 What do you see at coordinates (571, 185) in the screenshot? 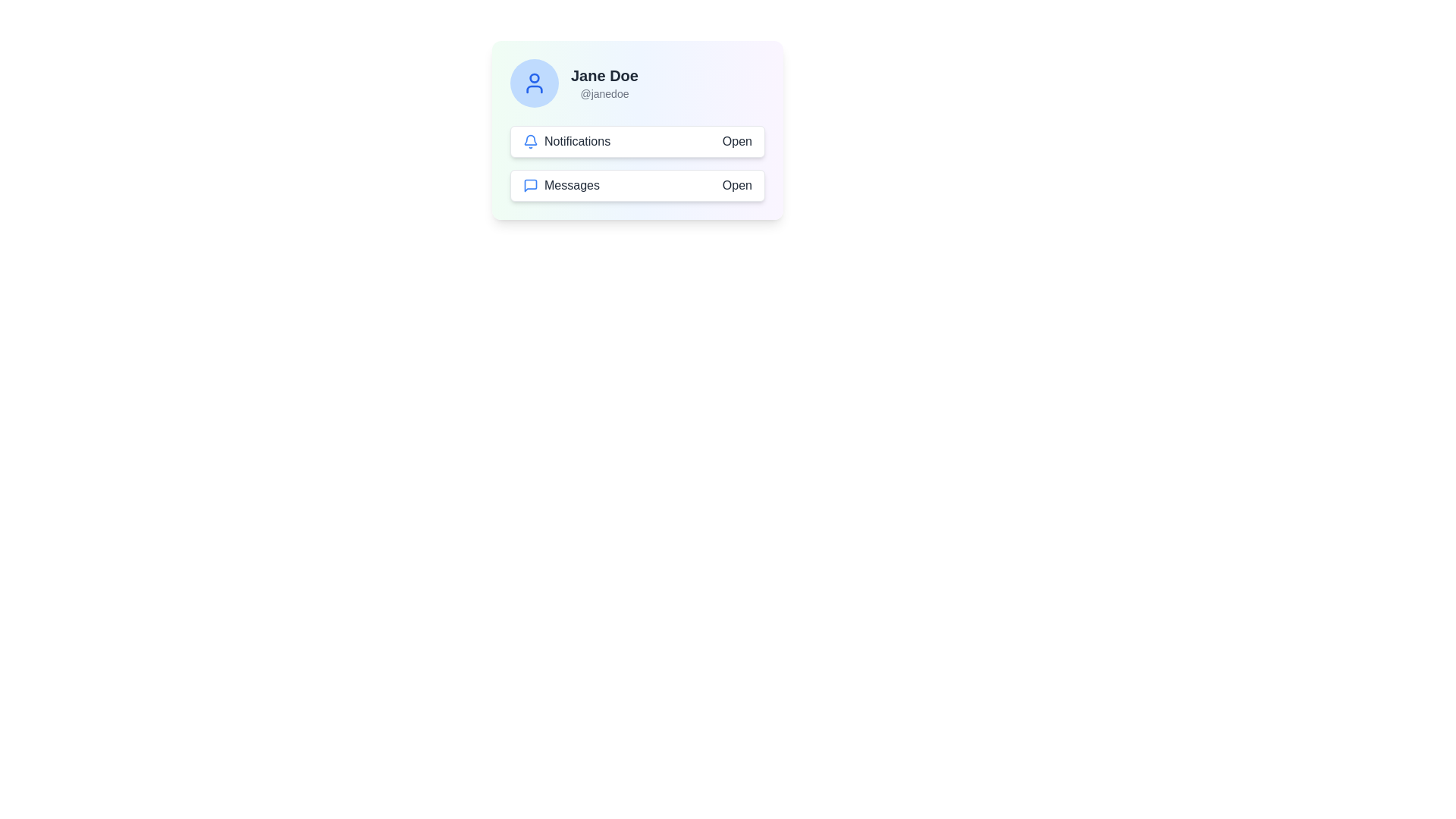
I see `the 'Messages' text label, which is styled in a standard sans-serif font and is located within a button-like rectangular structure alongside a speech bubble icon` at bounding box center [571, 185].